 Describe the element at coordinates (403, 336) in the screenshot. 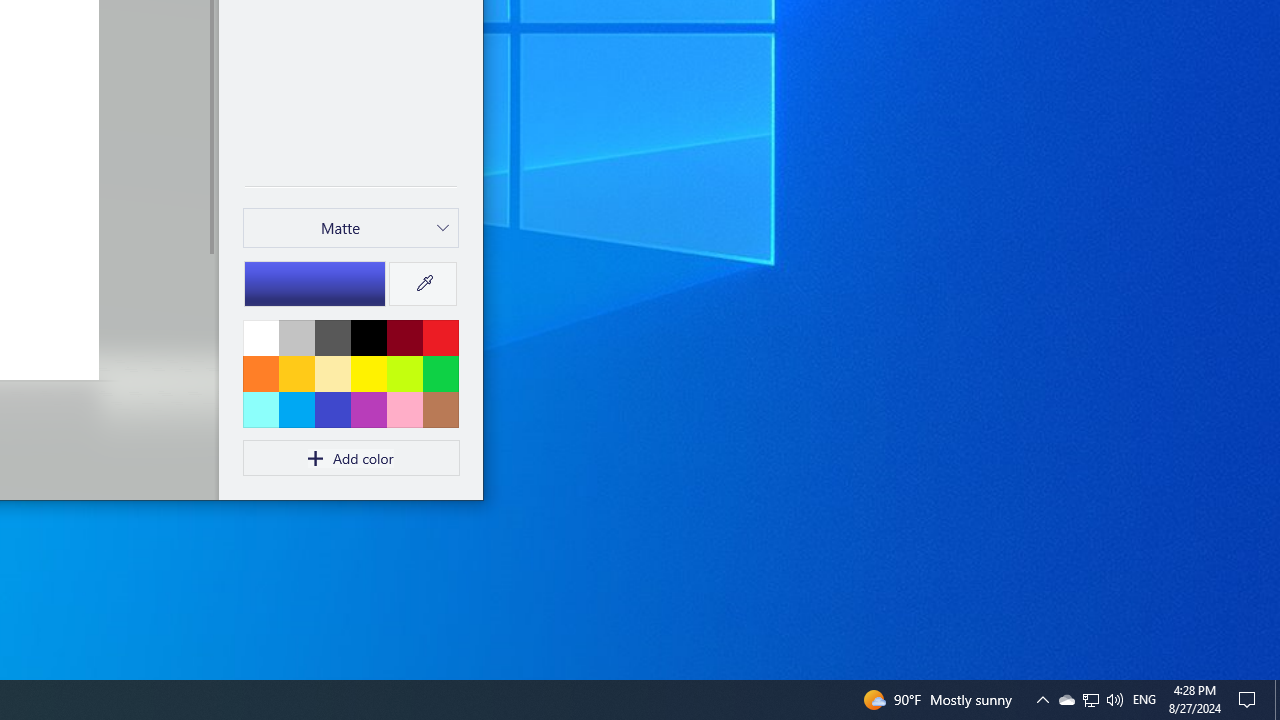

I see `'Dark red'` at that location.